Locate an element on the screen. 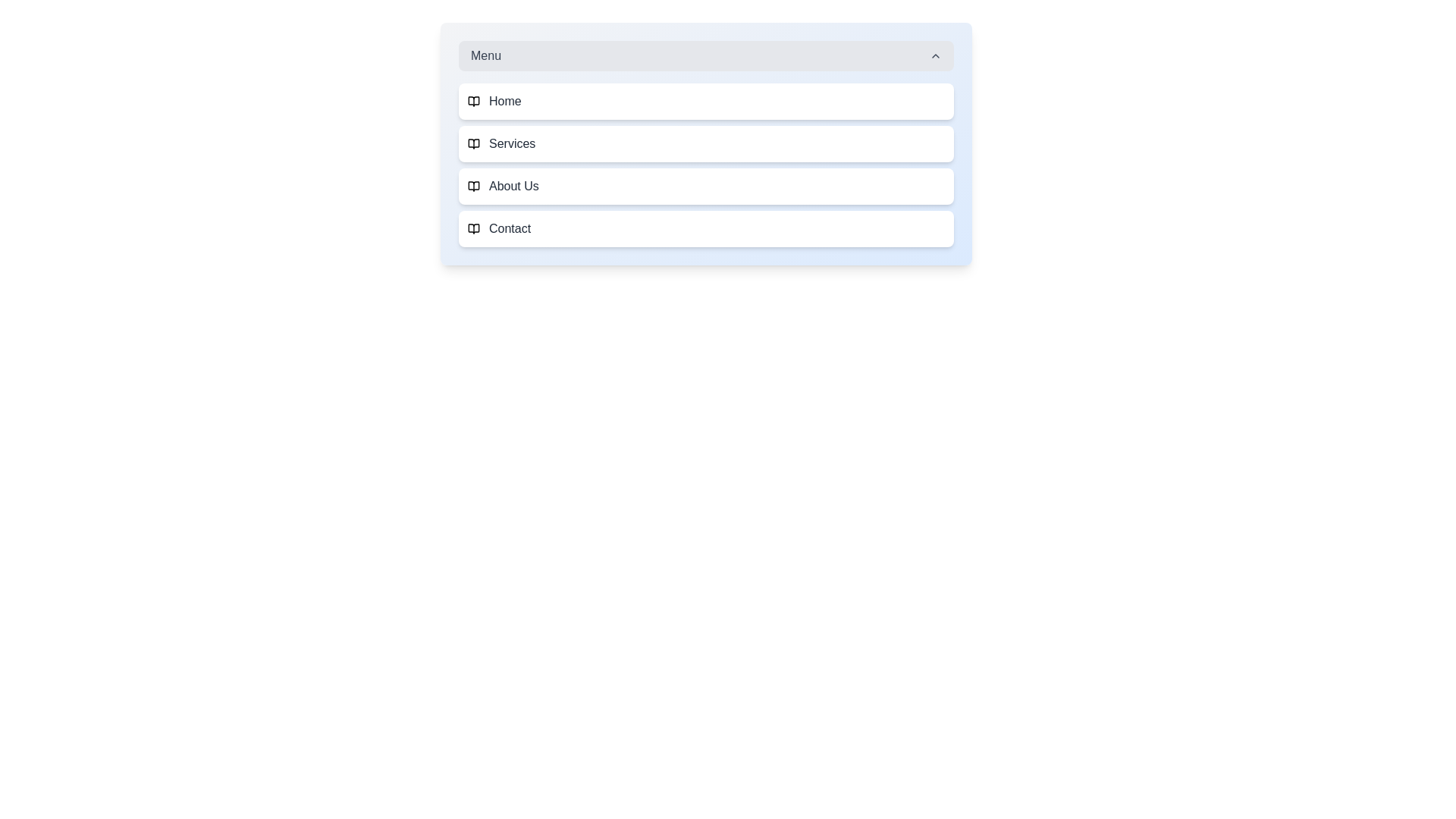 This screenshot has height=819, width=1456. the open book icon located next is located at coordinates (472, 143).